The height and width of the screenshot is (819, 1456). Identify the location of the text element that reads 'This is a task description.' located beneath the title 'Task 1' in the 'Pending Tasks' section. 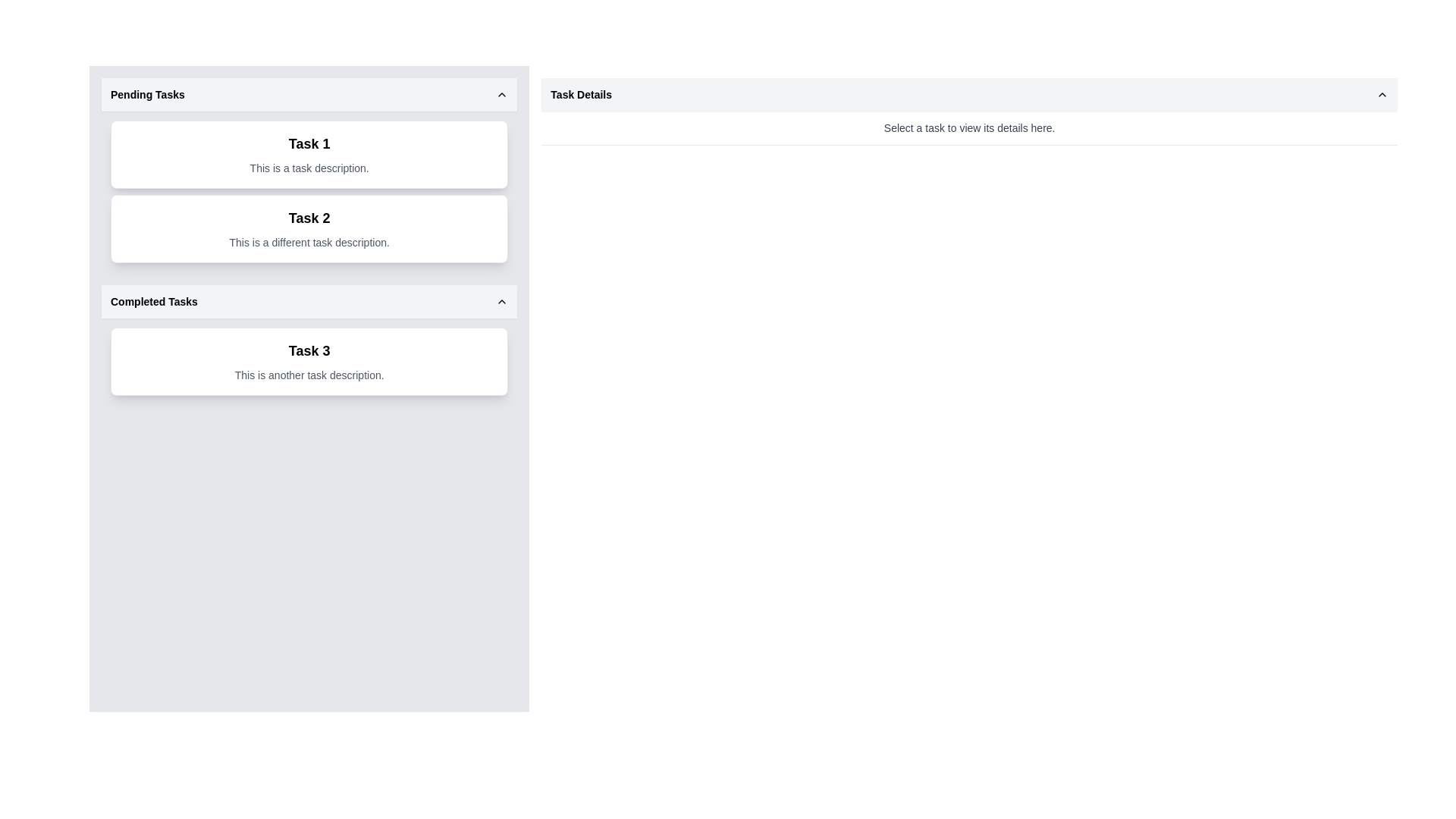
(309, 168).